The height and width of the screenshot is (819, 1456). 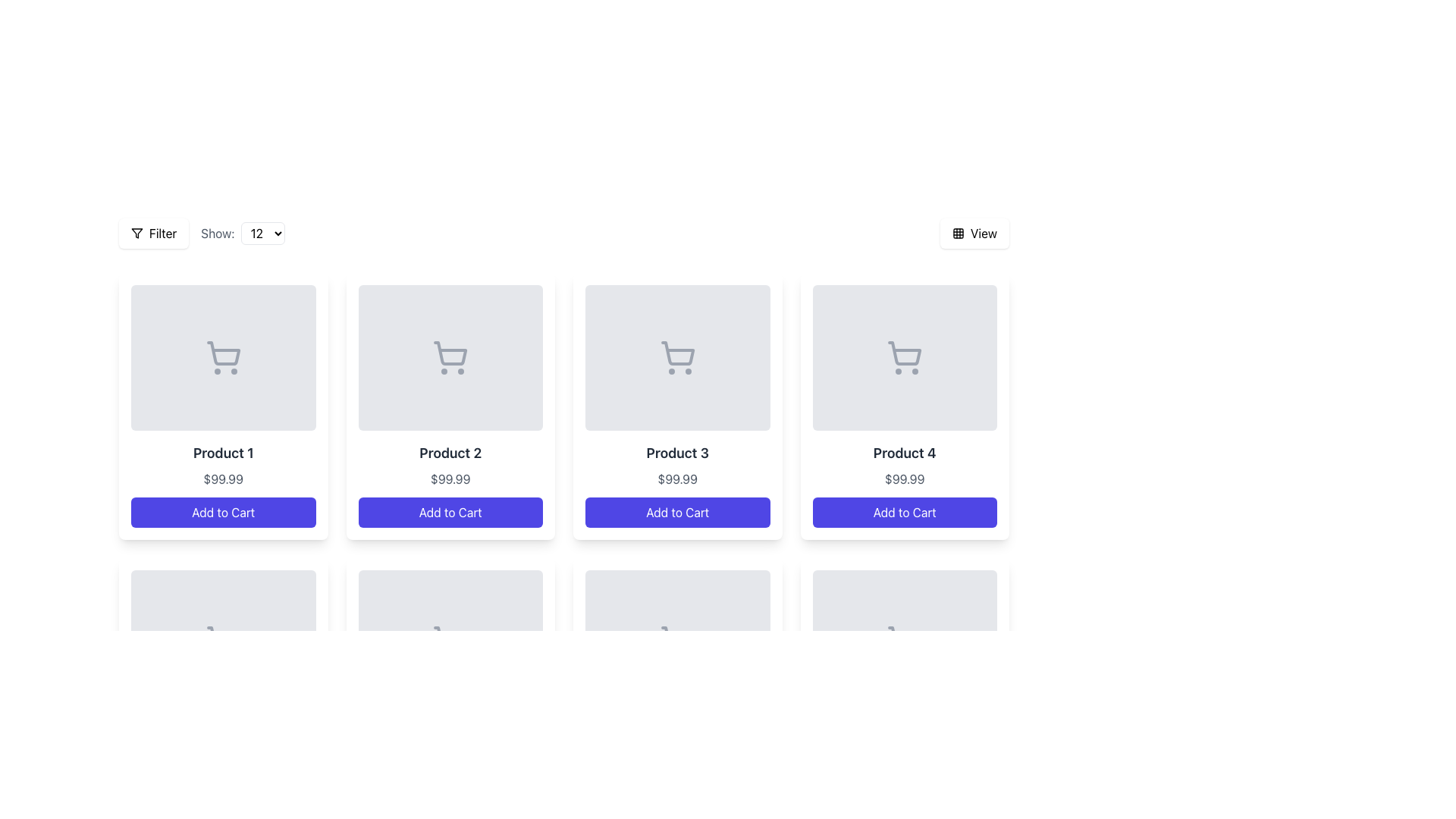 I want to click on the product image placeholder containing a shopping cart icon, which is located above the price label for 'Product 4' and the 'Add to Cart' button, so click(x=905, y=357).